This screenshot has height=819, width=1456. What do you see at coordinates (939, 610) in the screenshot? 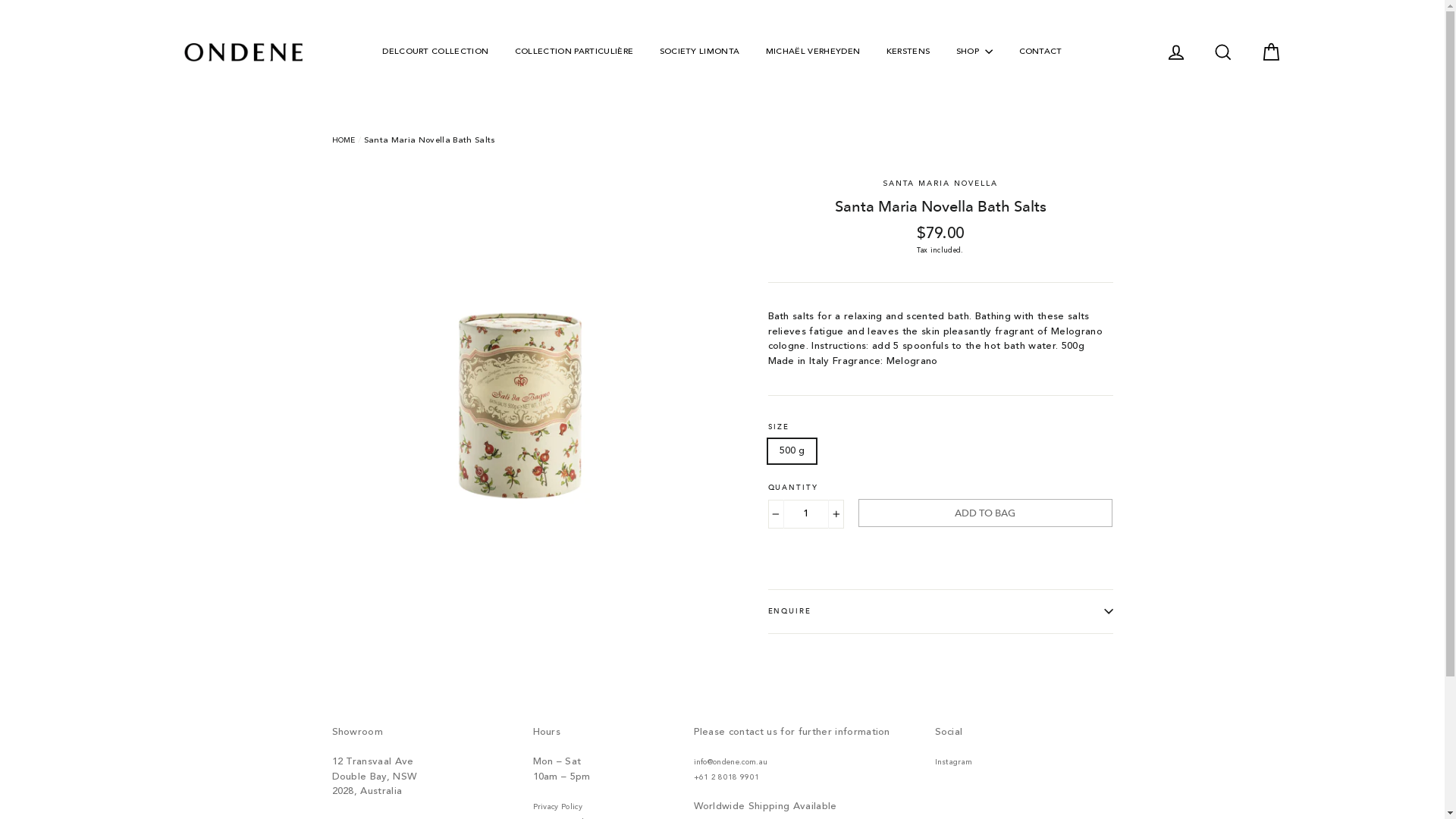
I see `'ENQUIRE'` at bounding box center [939, 610].